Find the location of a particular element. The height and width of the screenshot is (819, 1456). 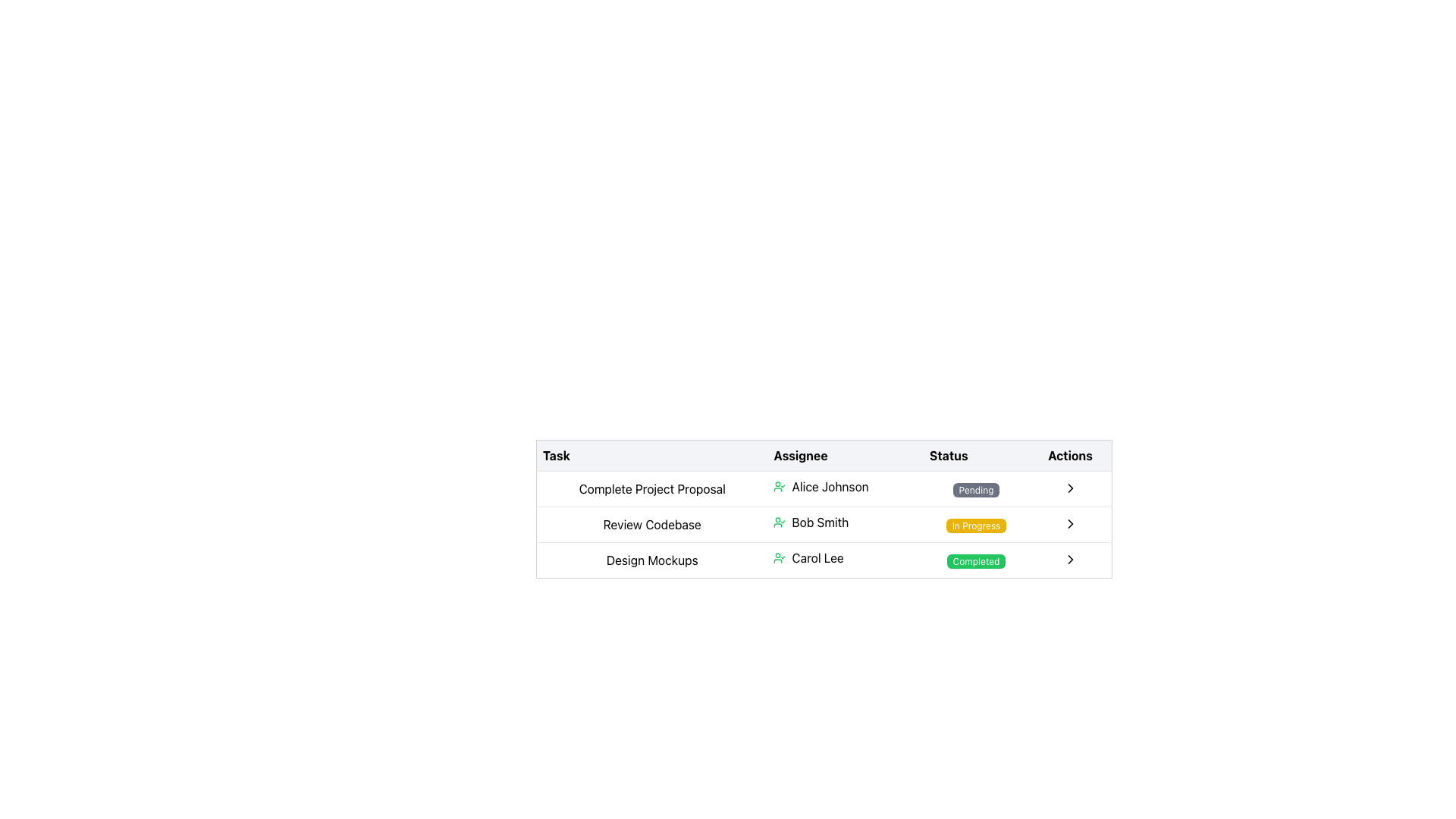

the right-pointing chevron icon button located in the 'Actions' column of the 'Complete Project Proposal' row is located at coordinates (1069, 488).